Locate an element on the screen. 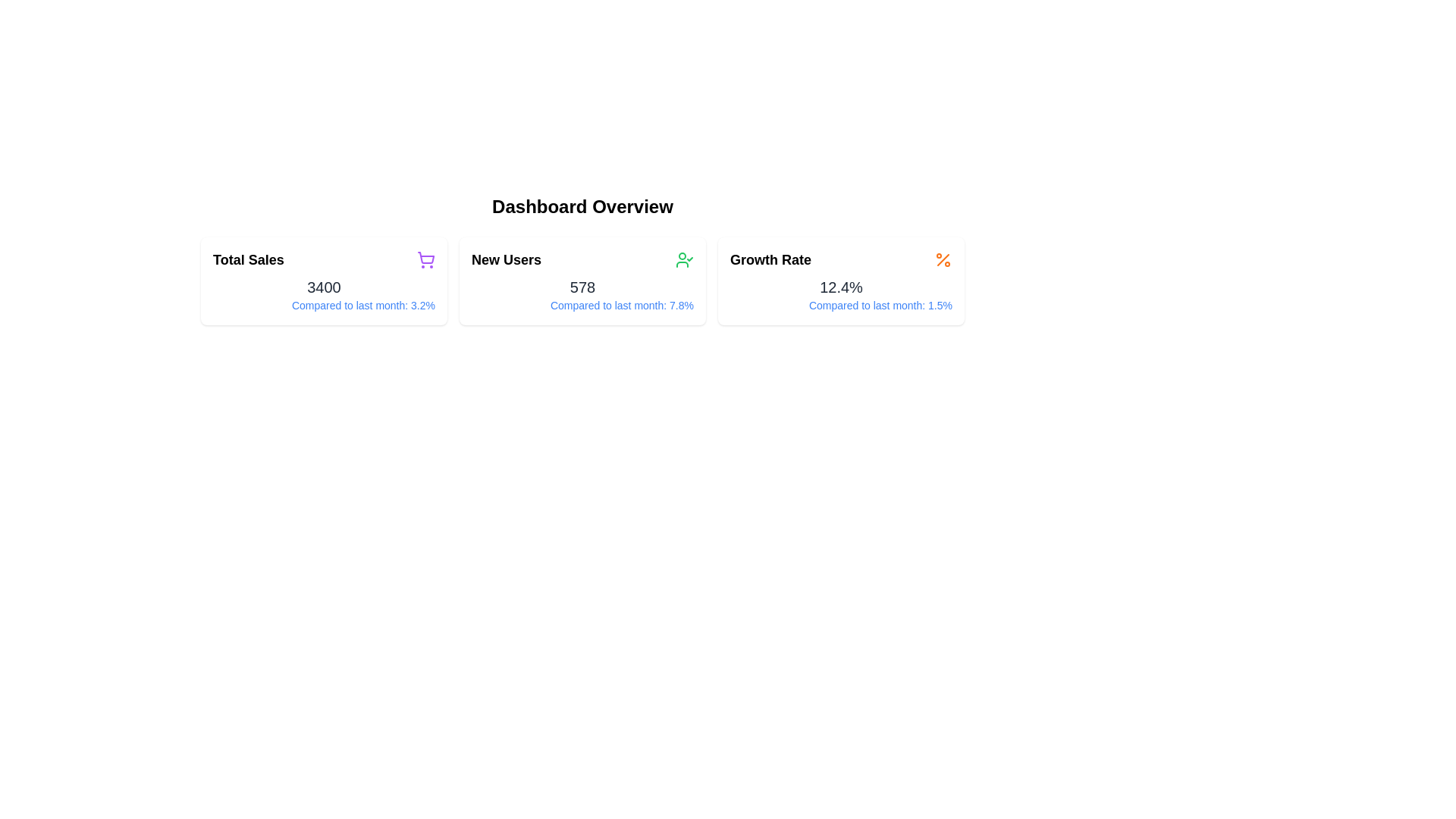 This screenshot has height=819, width=1456. the text label indicating the number of new users, which is located in the center of the 'New Users' panel, positioned below the panel label and above the smaller text about last month's comparison is located at coordinates (582, 287).